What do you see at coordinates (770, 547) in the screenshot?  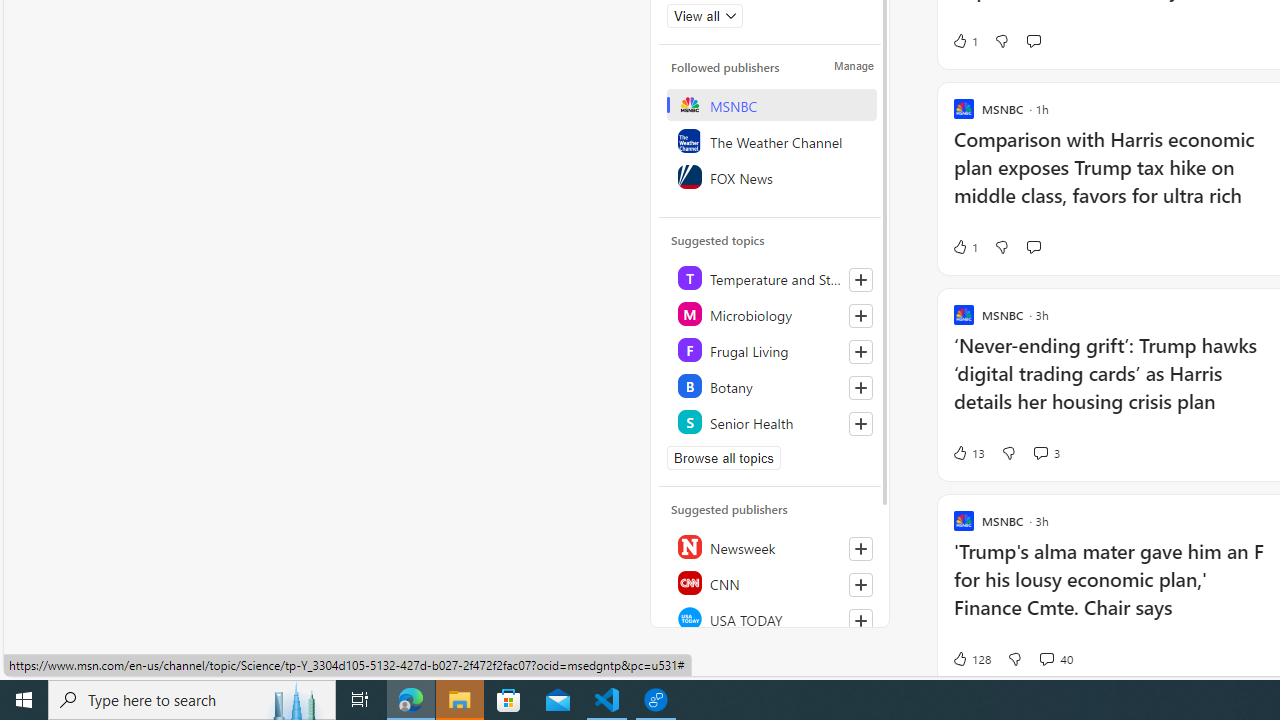 I see `'Newsweek'` at bounding box center [770, 547].